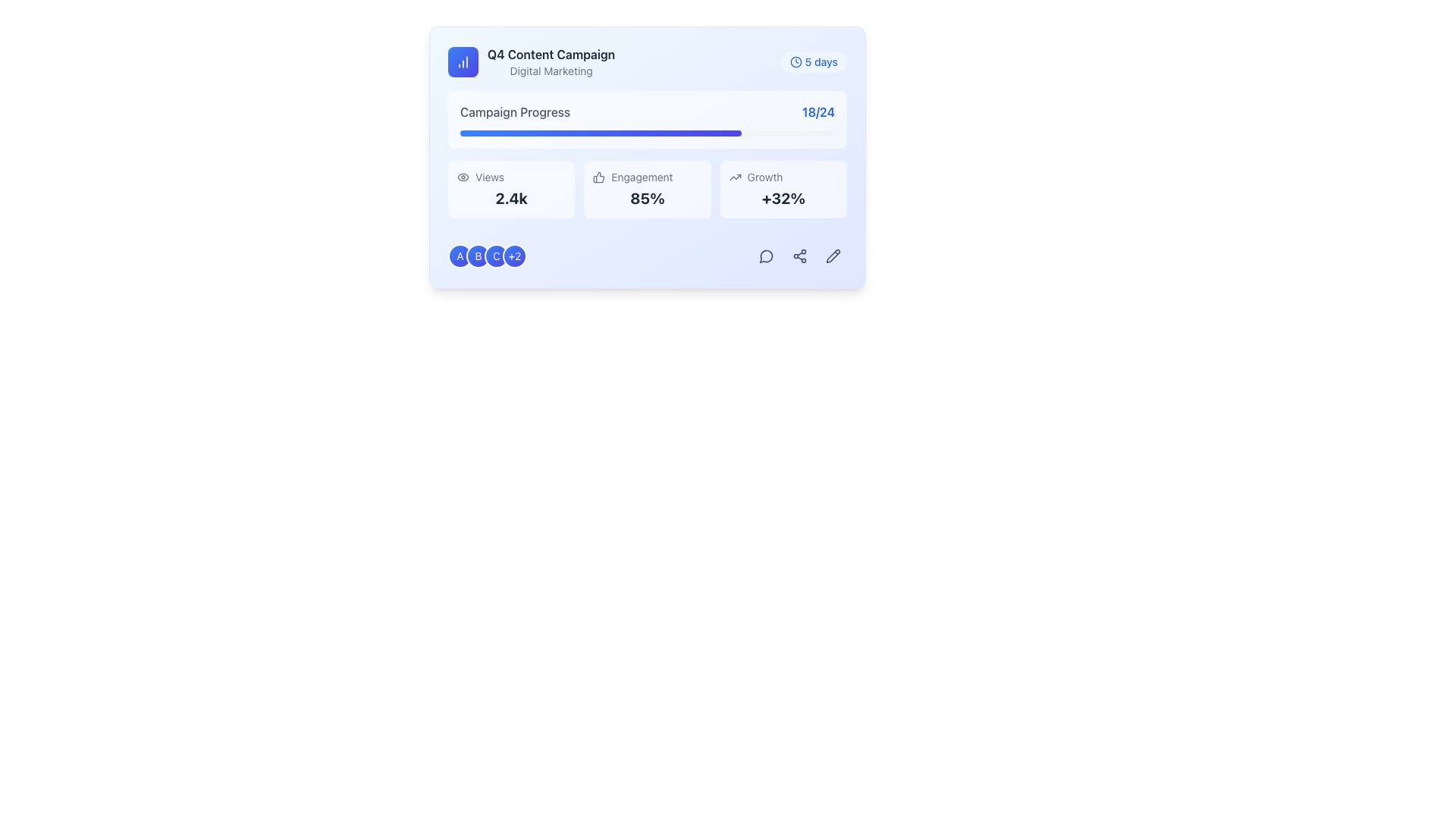  Describe the element at coordinates (833, 256) in the screenshot. I see `the edit button with an embedded SVG icon located in the lower-right corner of the card interface` at that location.